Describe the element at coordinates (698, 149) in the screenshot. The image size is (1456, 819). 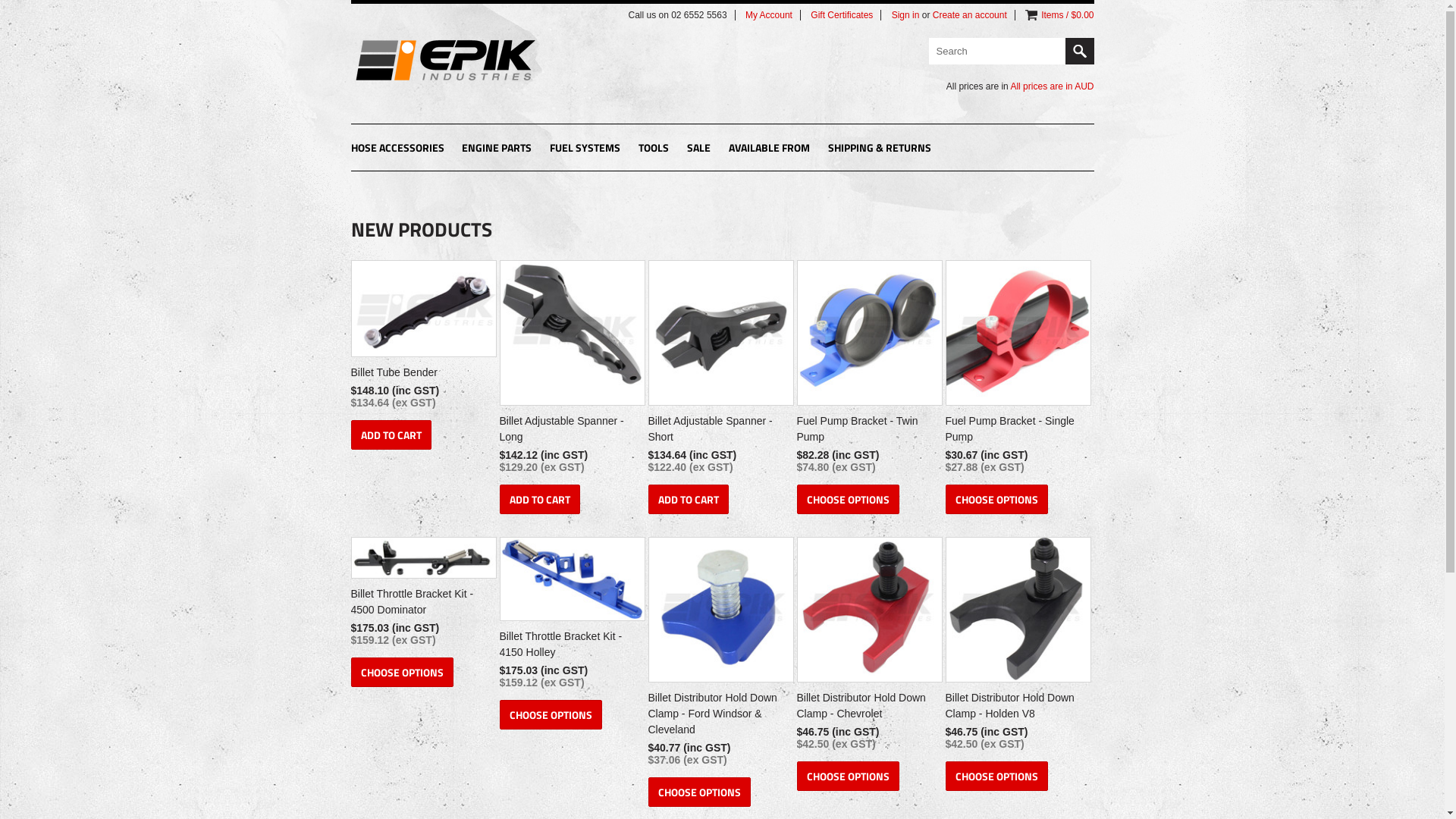
I see `'SALE'` at that location.